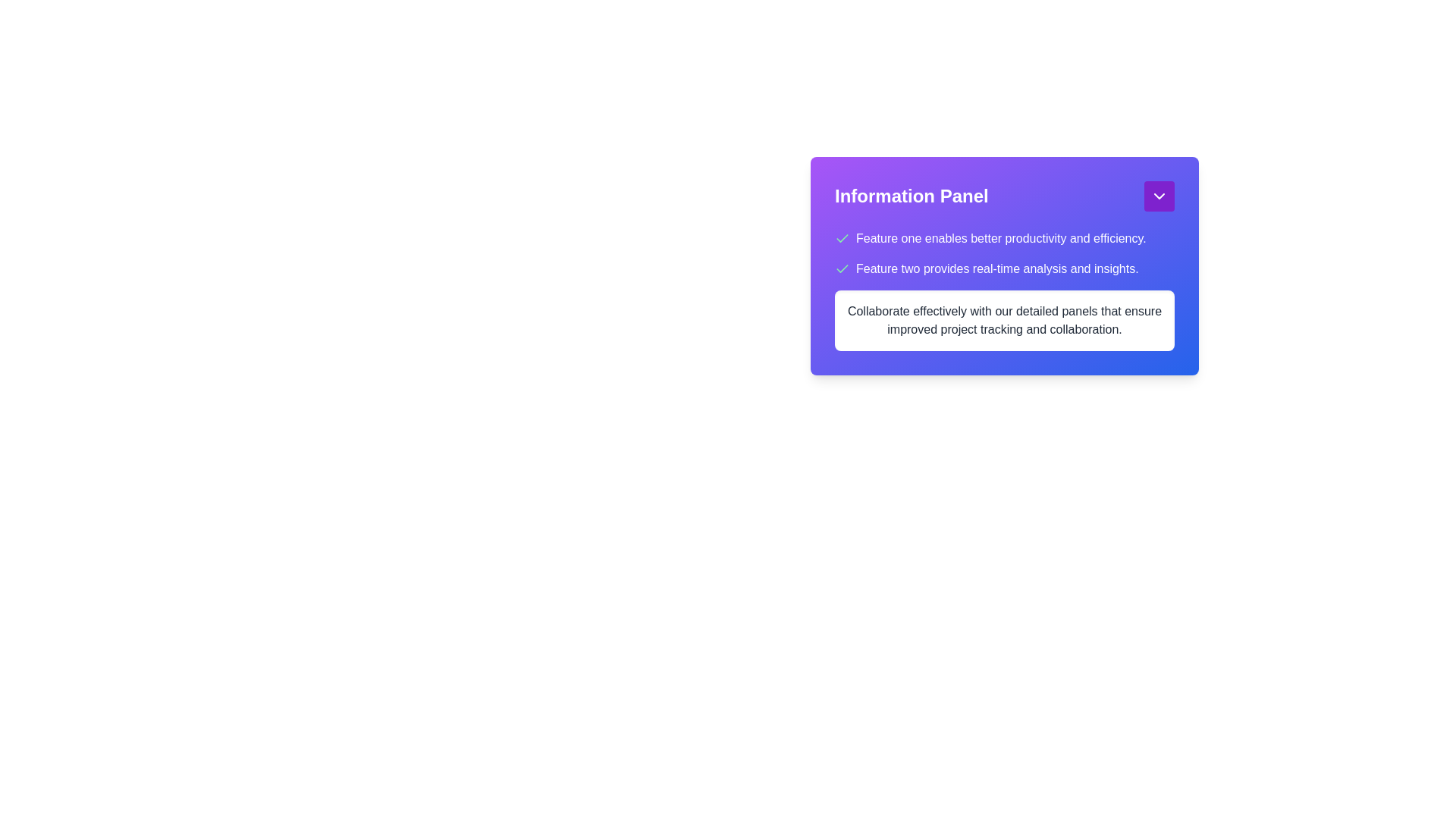  I want to click on descriptive text block that provides details about a collaborative feature within the 'Information Panel', which is positioned below two list items, so click(1004, 320).